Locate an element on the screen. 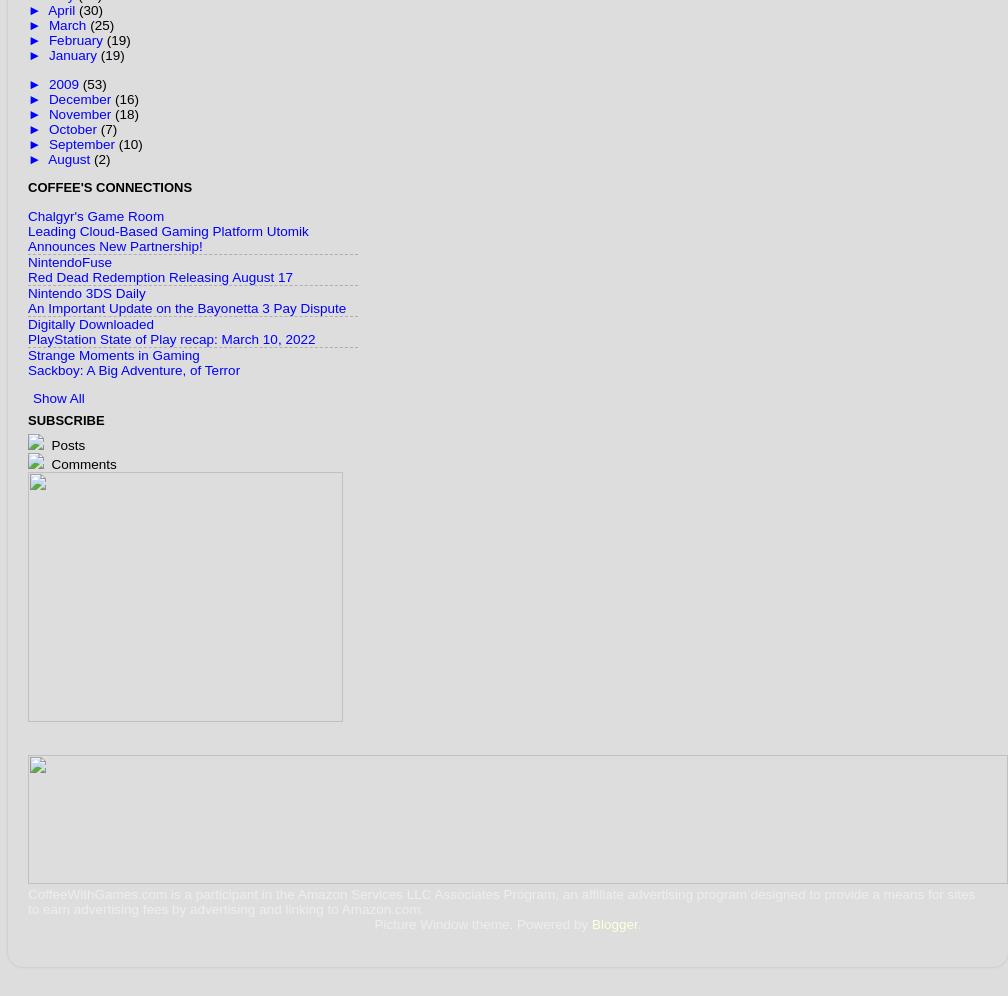  'Nintendo 3DS Daily' is located at coordinates (86, 291).